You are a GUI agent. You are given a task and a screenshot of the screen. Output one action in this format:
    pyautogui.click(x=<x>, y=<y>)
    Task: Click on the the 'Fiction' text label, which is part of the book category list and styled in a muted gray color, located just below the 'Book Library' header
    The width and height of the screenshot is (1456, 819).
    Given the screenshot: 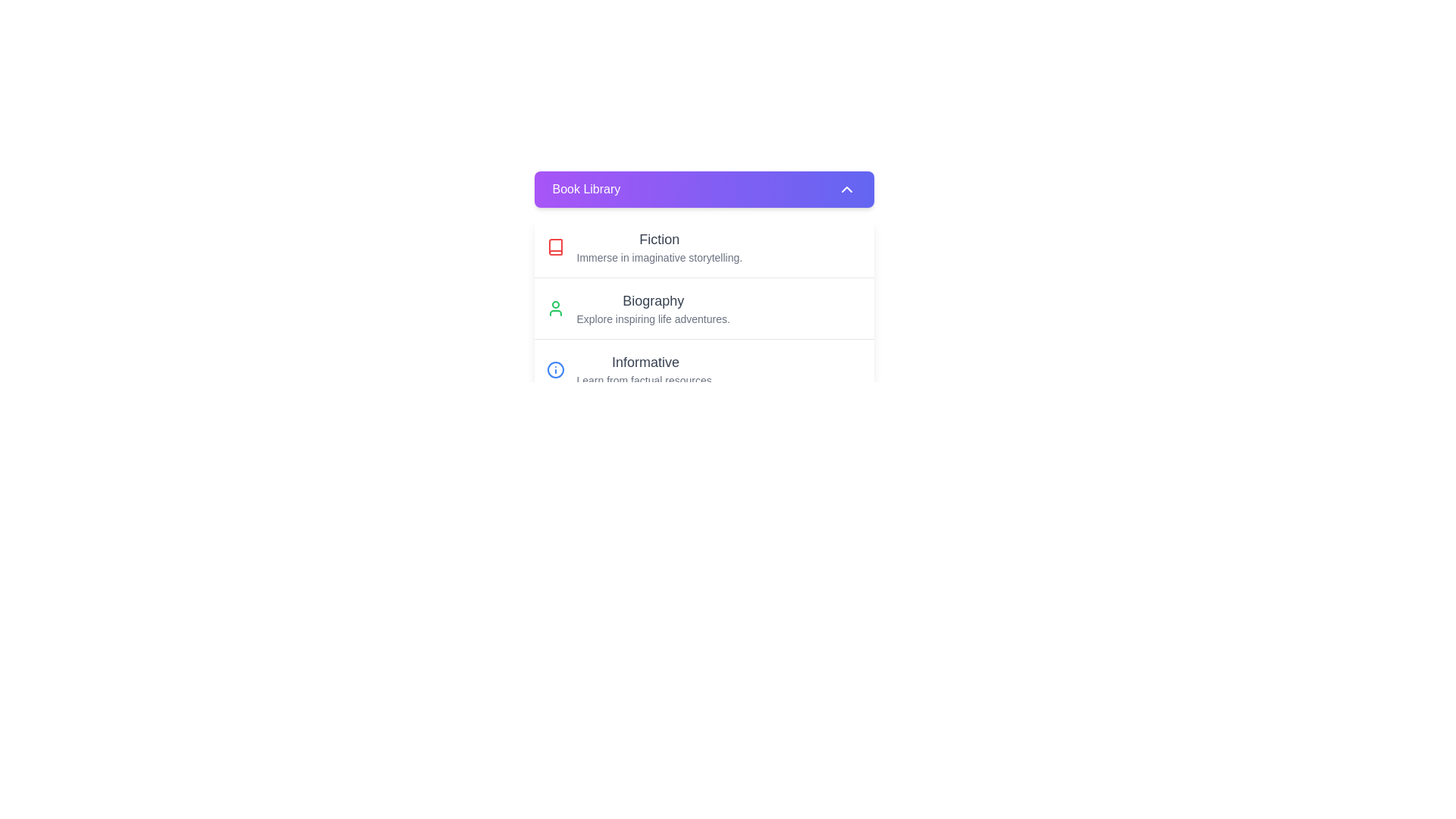 What is the action you would take?
    pyautogui.click(x=659, y=239)
    